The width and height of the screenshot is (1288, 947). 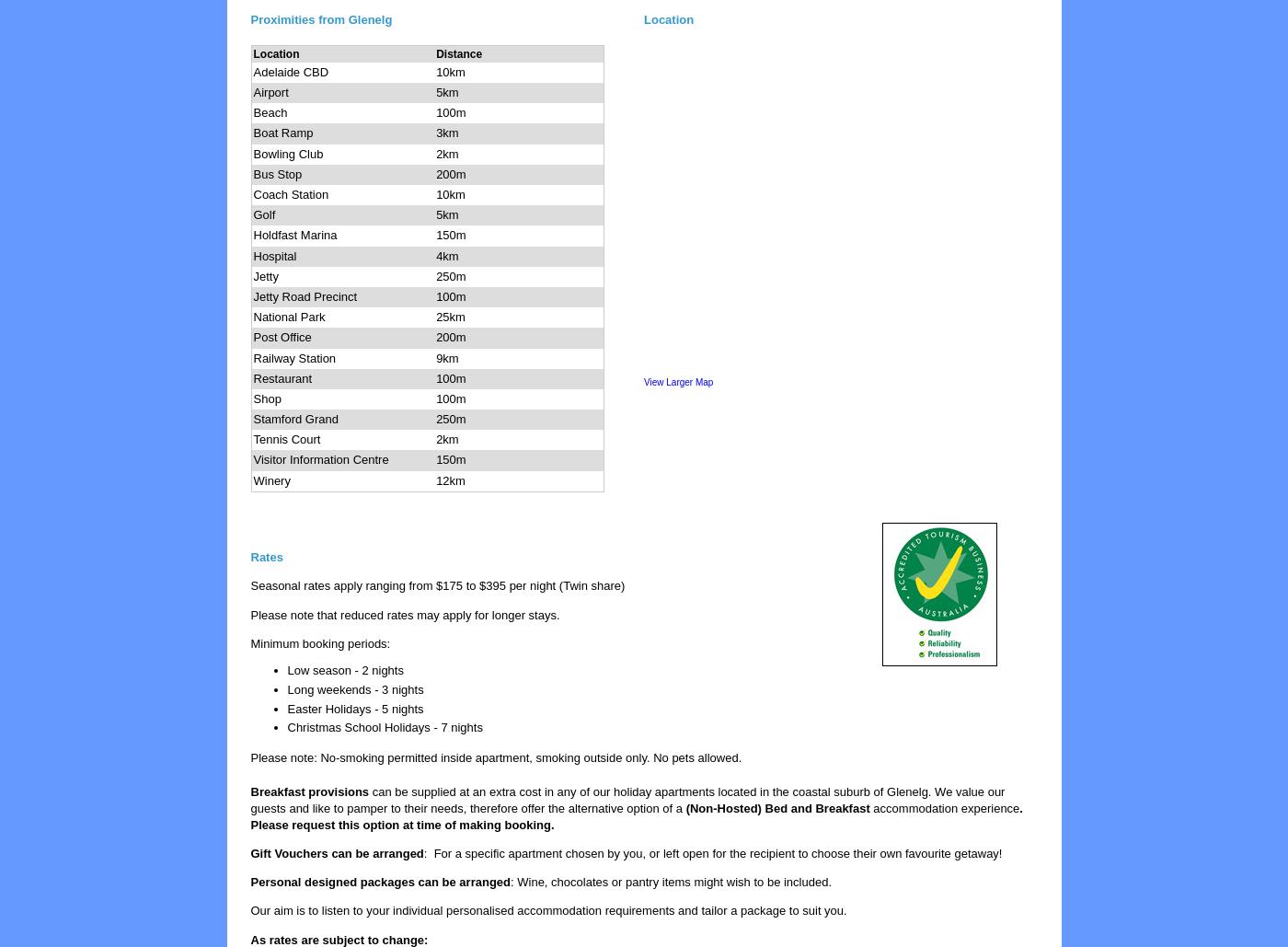 I want to click on 'Visitor    Information Centre', so click(x=252, y=459).